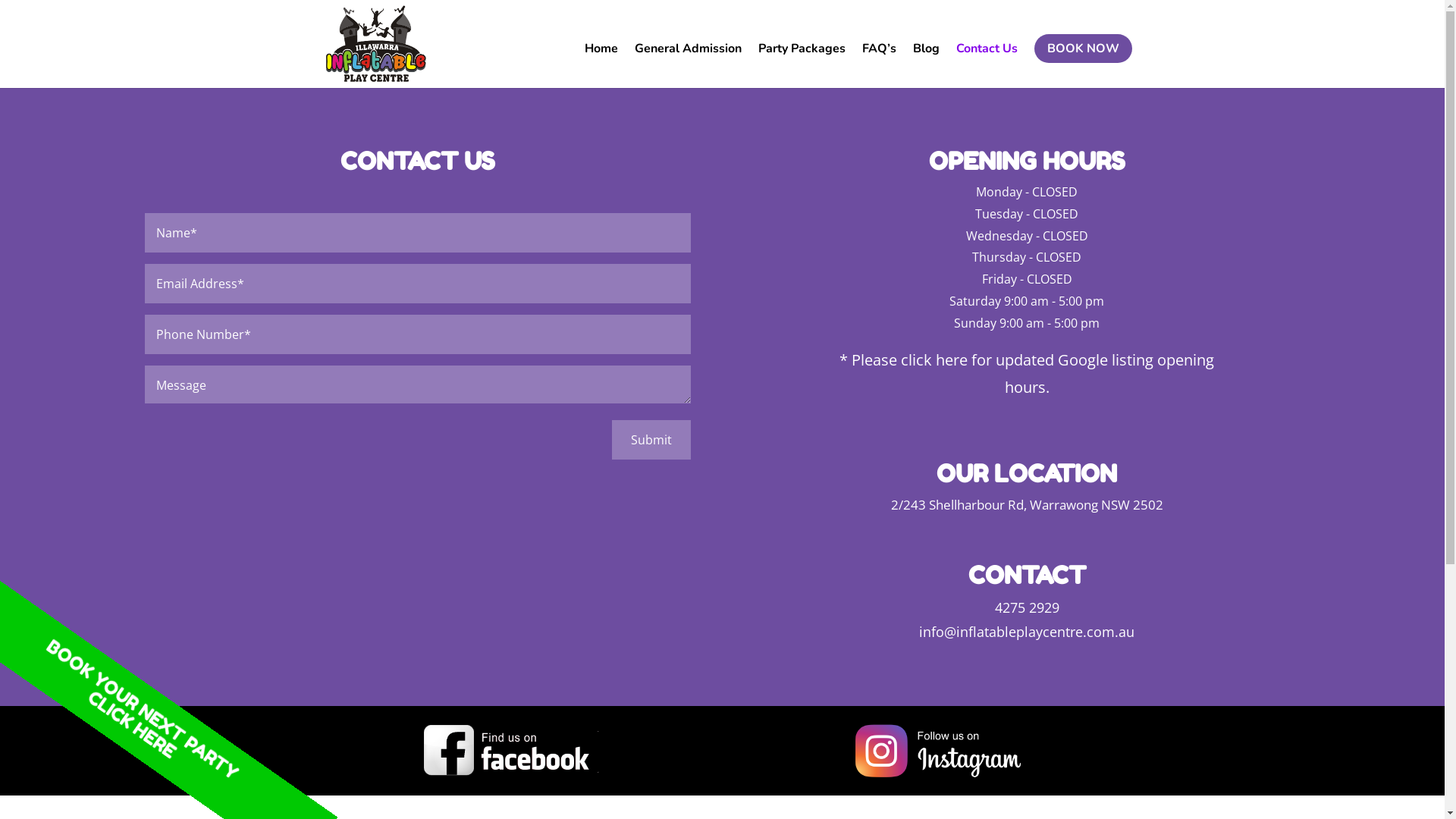 The width and height of the screenshot is (1456, 819). Describe the element at coordinates (758, 64) in the screenshot. I see `'Party Packages'` at that location.